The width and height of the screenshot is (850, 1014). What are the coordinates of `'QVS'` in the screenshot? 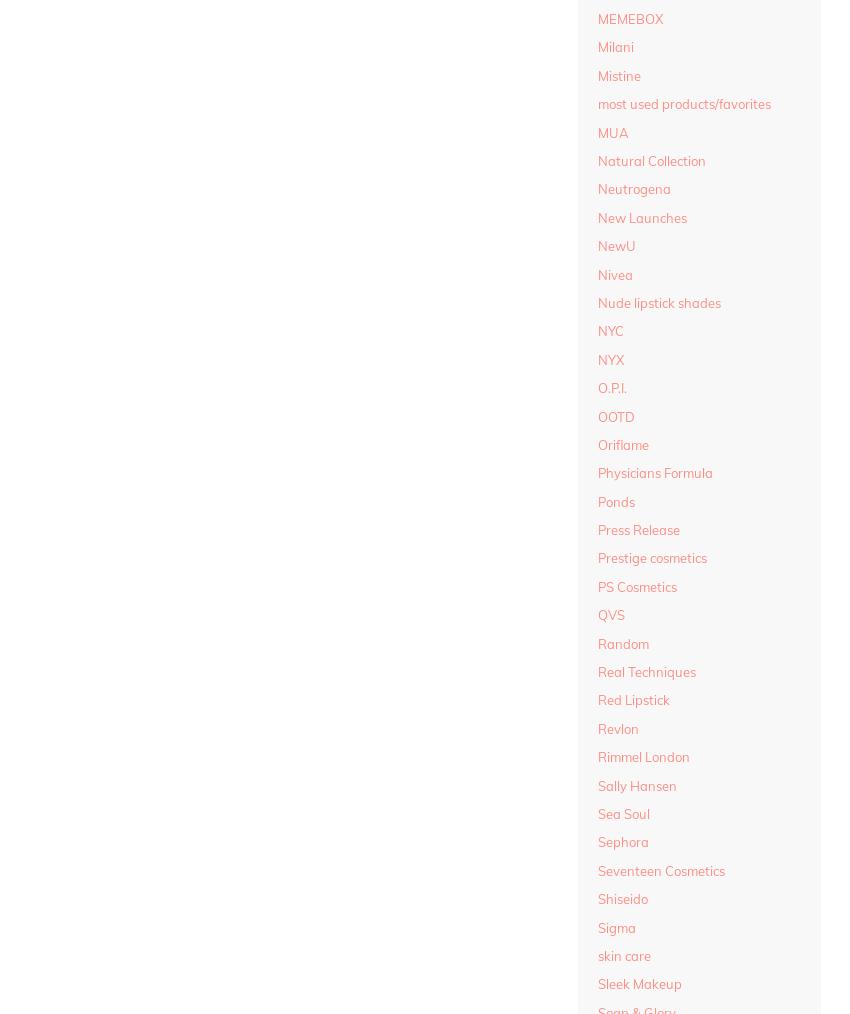 It's located at (610, 614).